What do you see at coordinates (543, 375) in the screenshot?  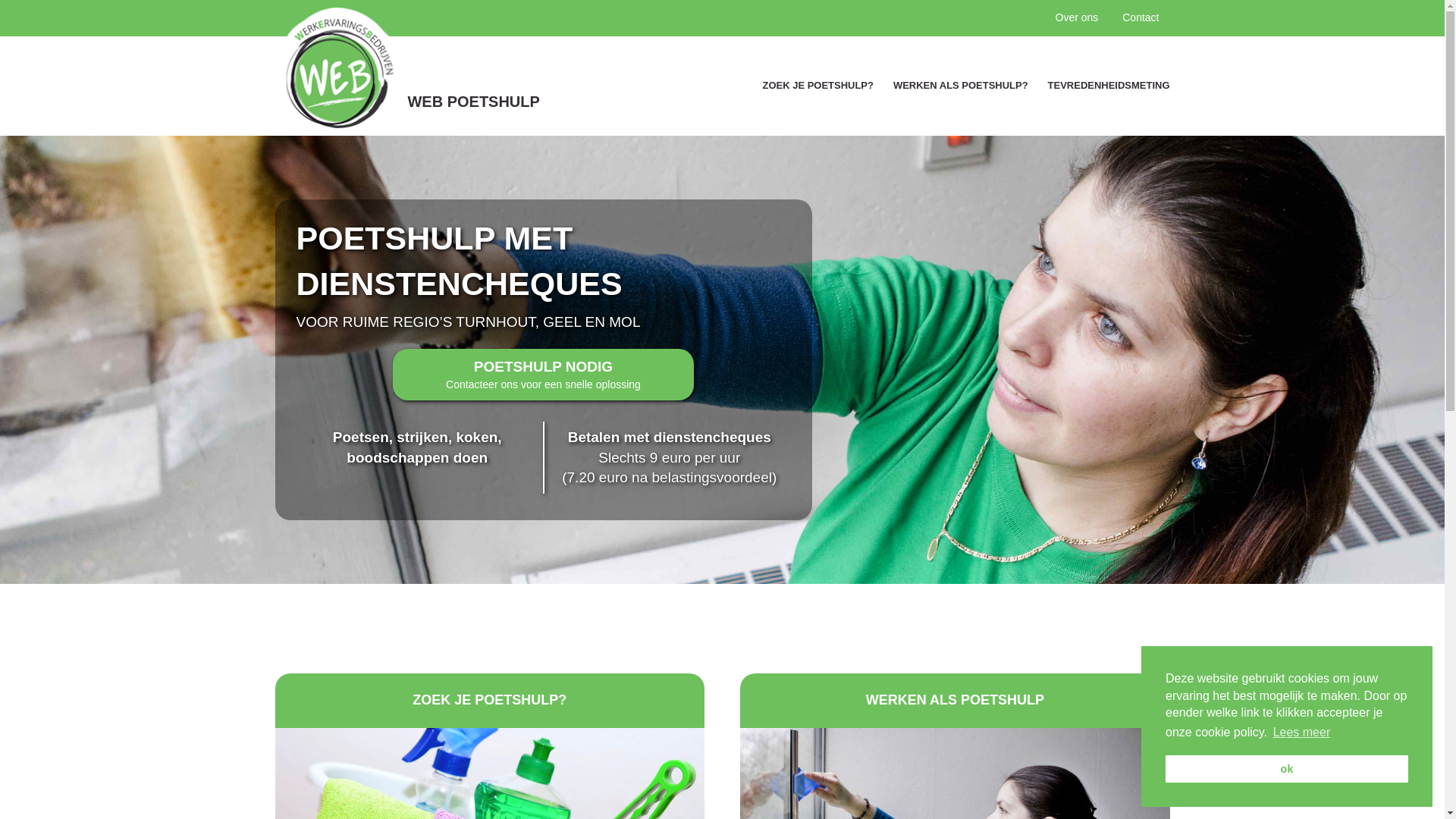 I see `'POETSHULP NODIG` at bounding box center [543, 375].